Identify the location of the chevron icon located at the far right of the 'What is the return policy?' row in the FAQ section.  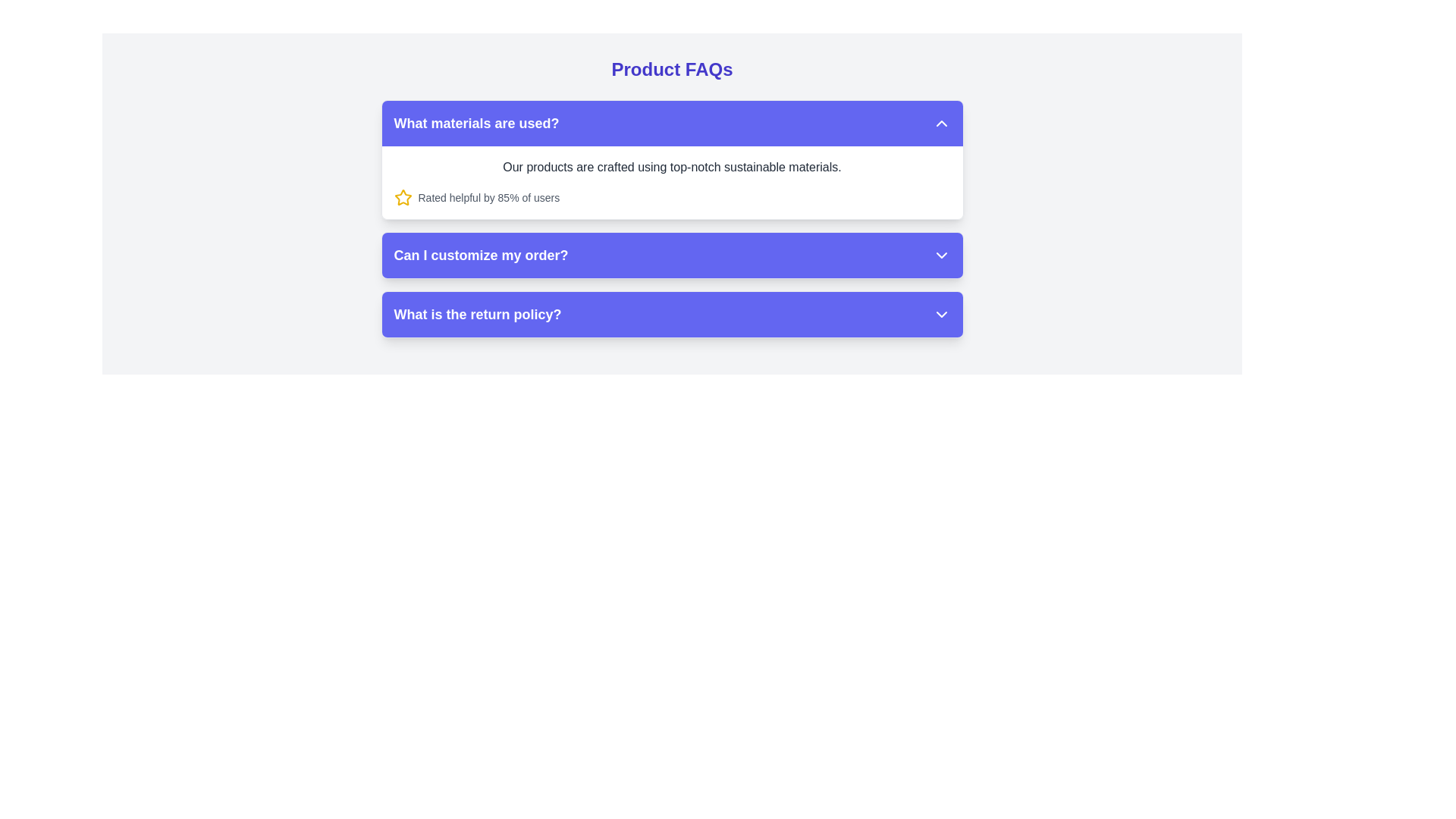
(940, 314).